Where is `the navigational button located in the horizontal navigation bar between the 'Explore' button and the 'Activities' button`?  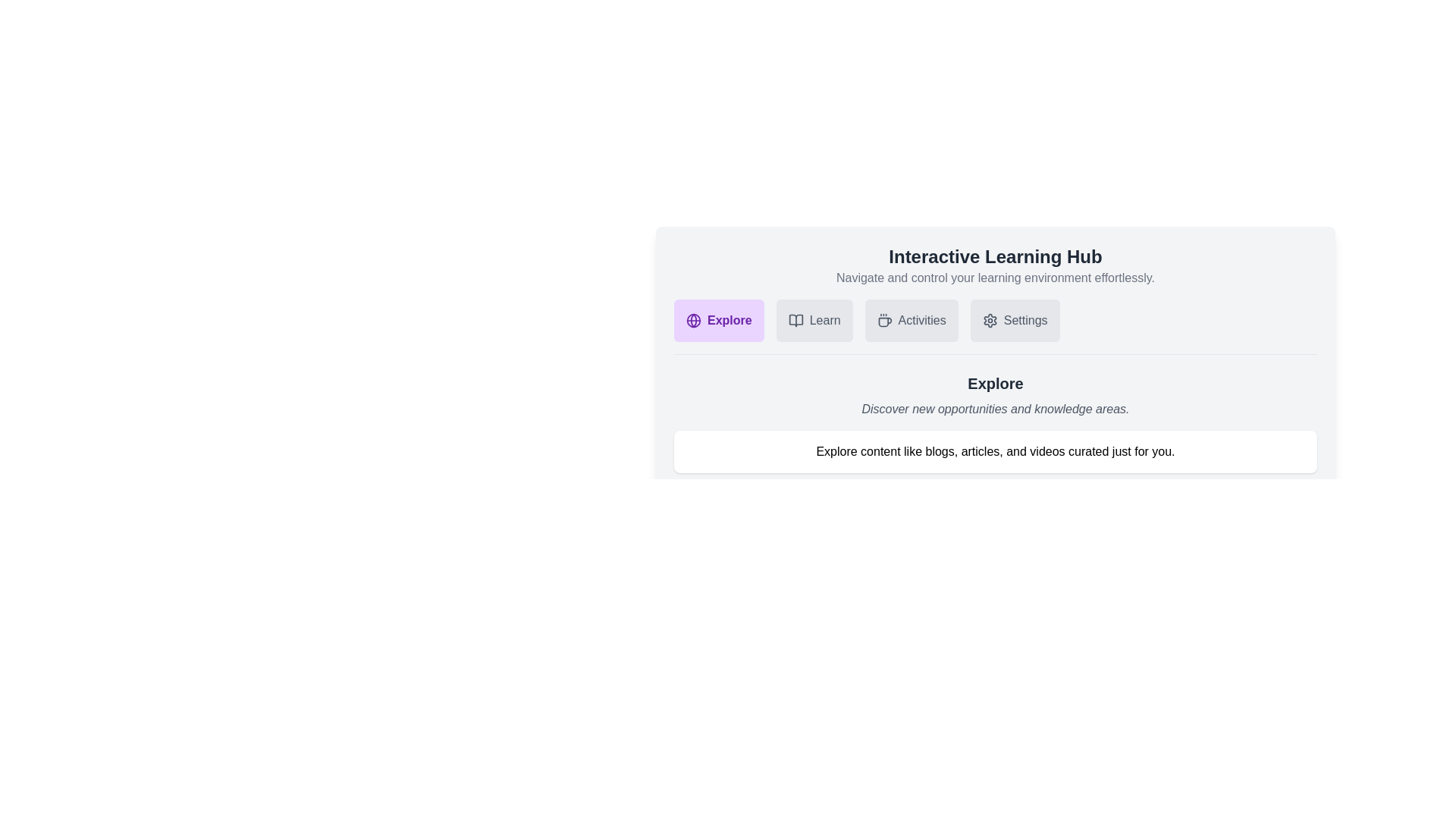 the navigational button located in the horizontal navigation bar between the 'Explore' button and the 'Activities' button is located at coordinates (814, 320).